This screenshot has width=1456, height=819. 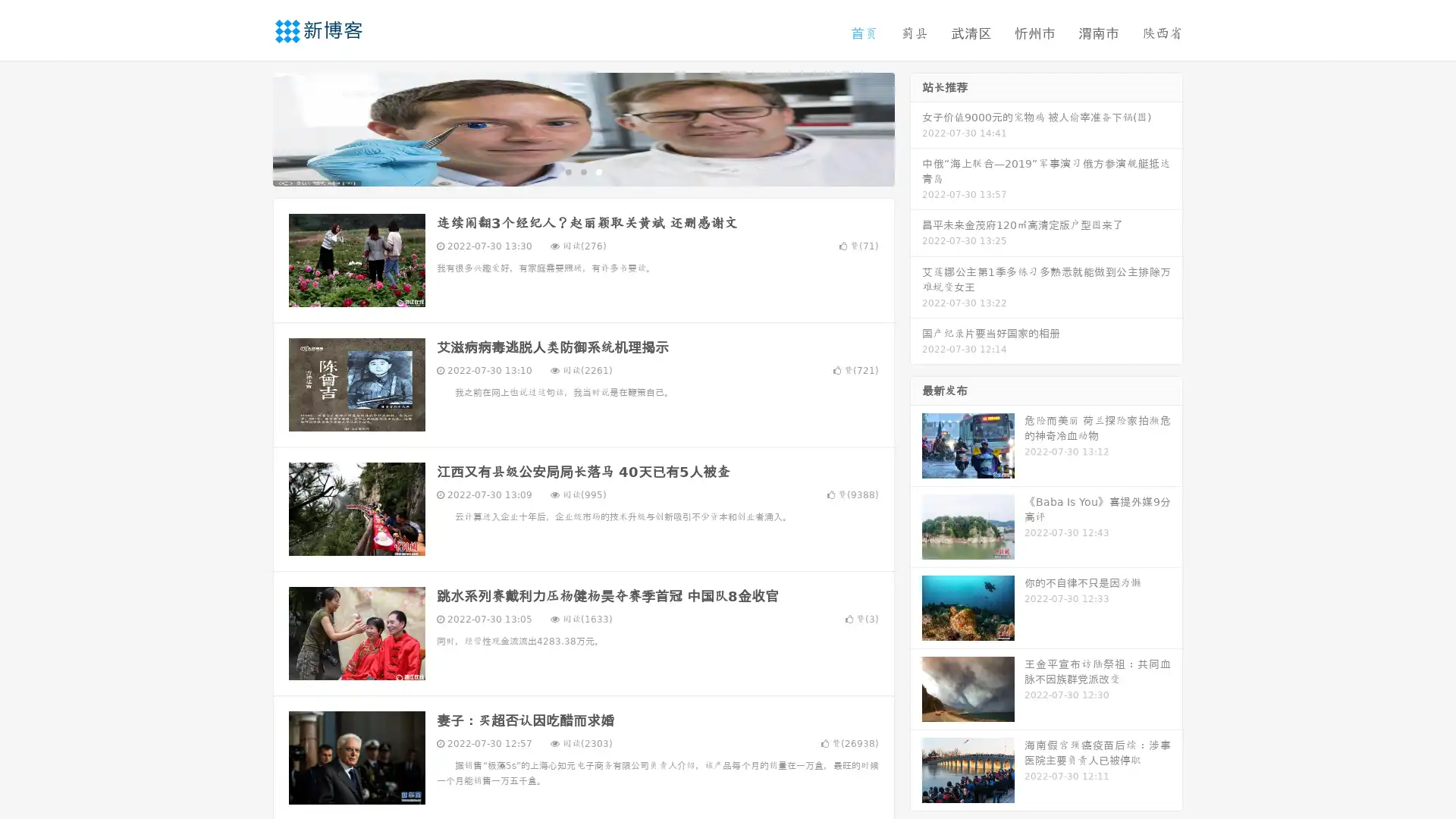 What do you see at coordinates (916, 127) in the screenshot?
I see `Next slide` at bounding box center [916, 127].